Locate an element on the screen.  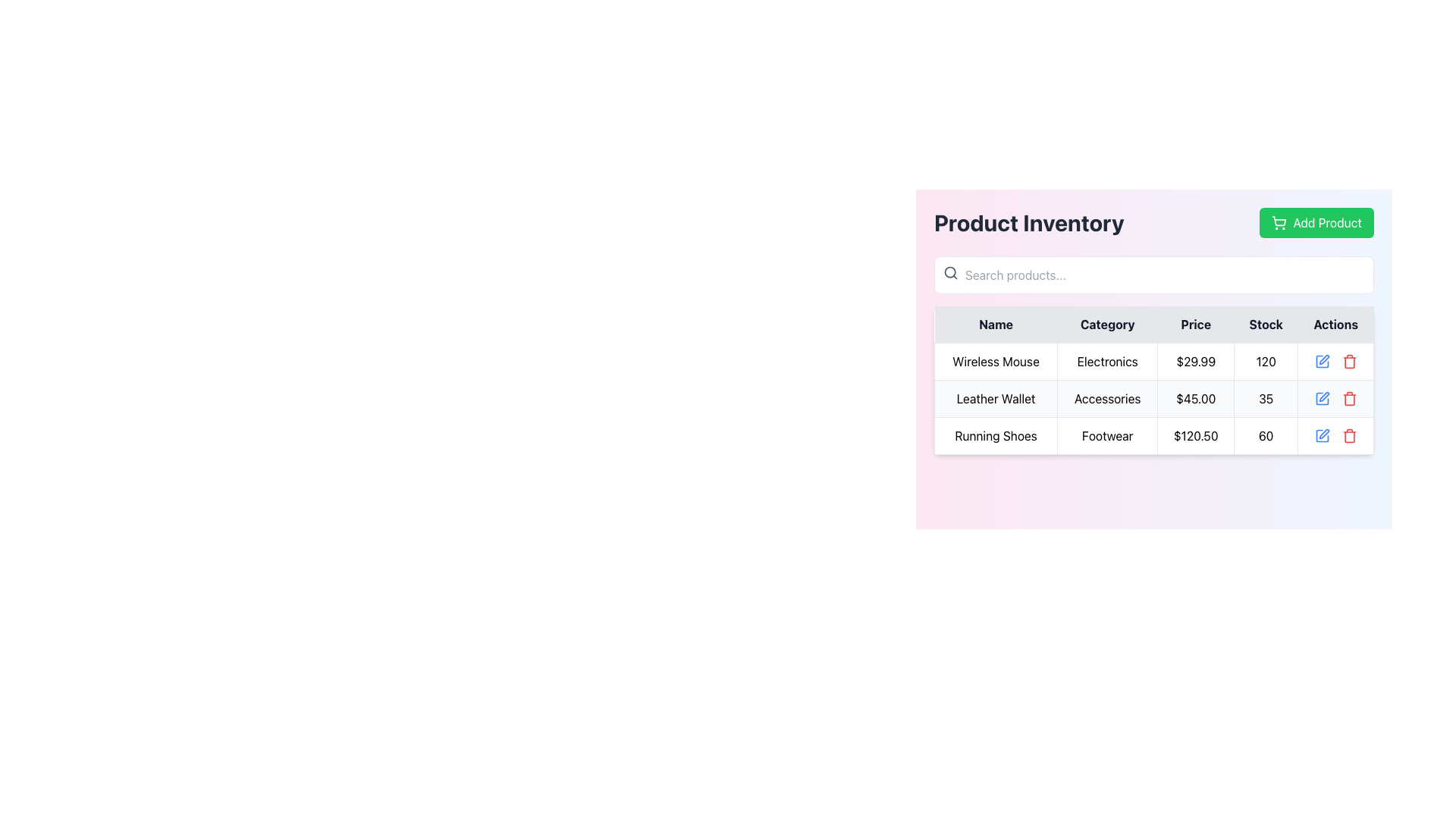
the bold, large-sized black text heading displaying 'Product Inventory' located at the top left of the panel is located at coordinates (1029, 222).